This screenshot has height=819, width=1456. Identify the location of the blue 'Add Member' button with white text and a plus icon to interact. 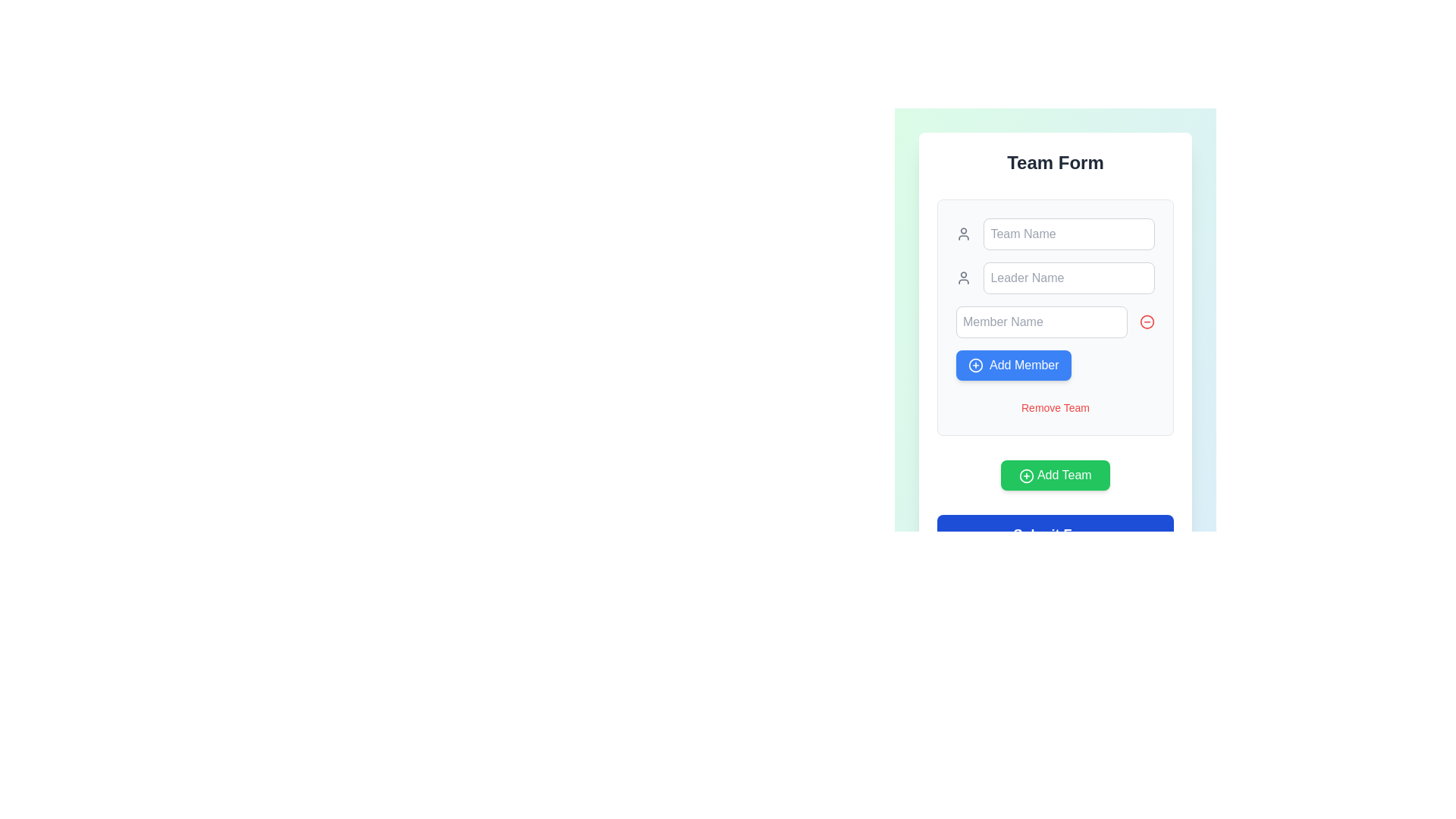
(1013, 366).